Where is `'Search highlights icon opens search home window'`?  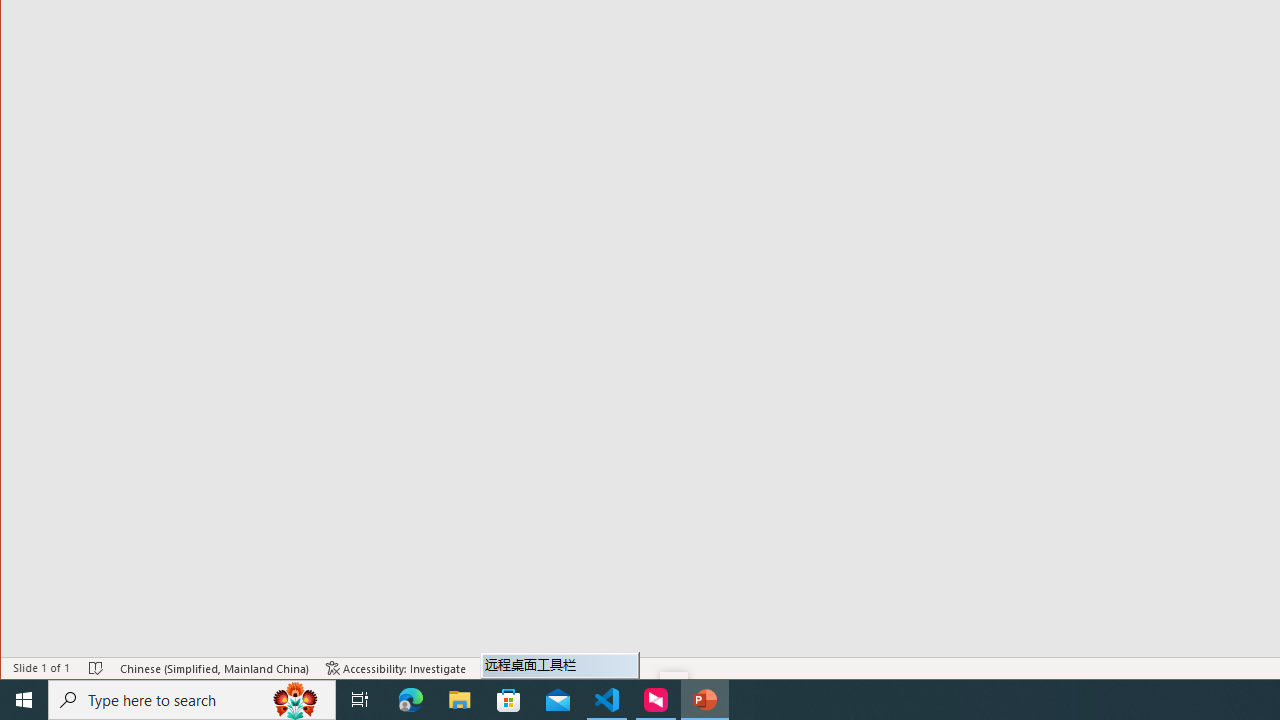
'Search highlights icon opens search home window' is located at coordinates (294, 698).